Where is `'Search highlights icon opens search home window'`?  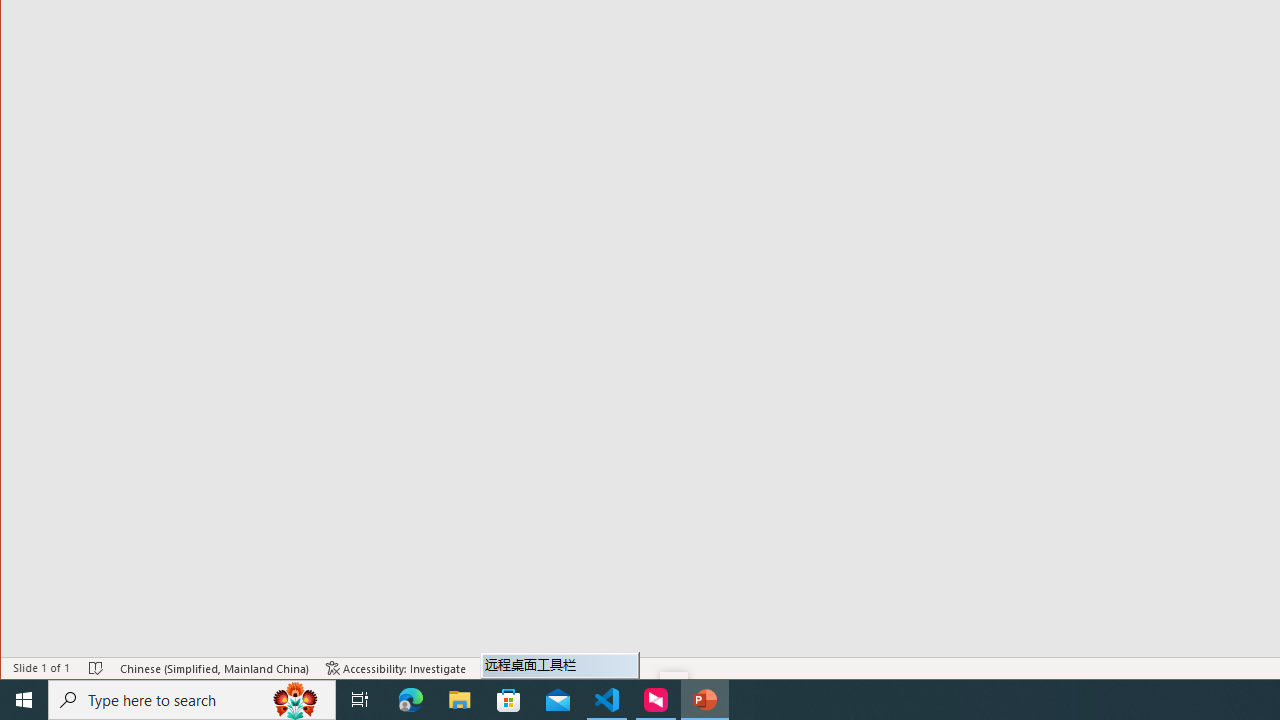
'Search highlights icon opens search home window' is located at coordinates (294, 698).